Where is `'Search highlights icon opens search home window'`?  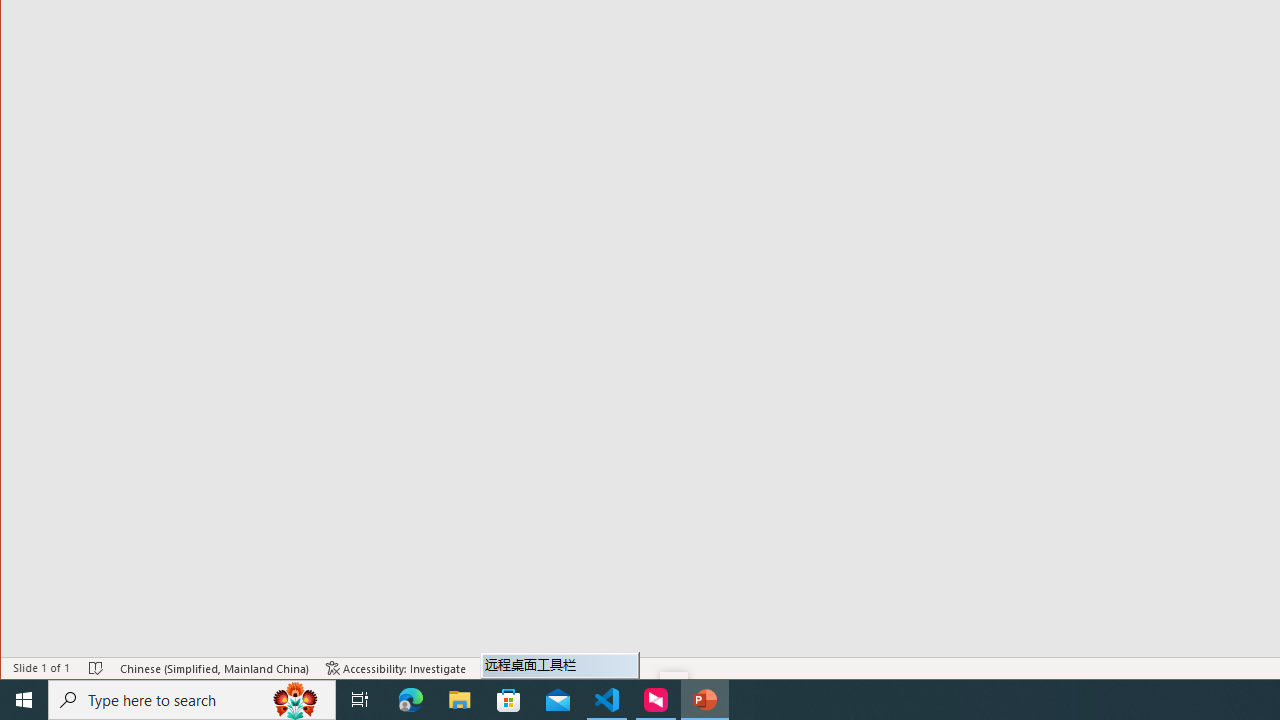
'Search highlights icon opens search home window' is located at coordinates (294, 698).